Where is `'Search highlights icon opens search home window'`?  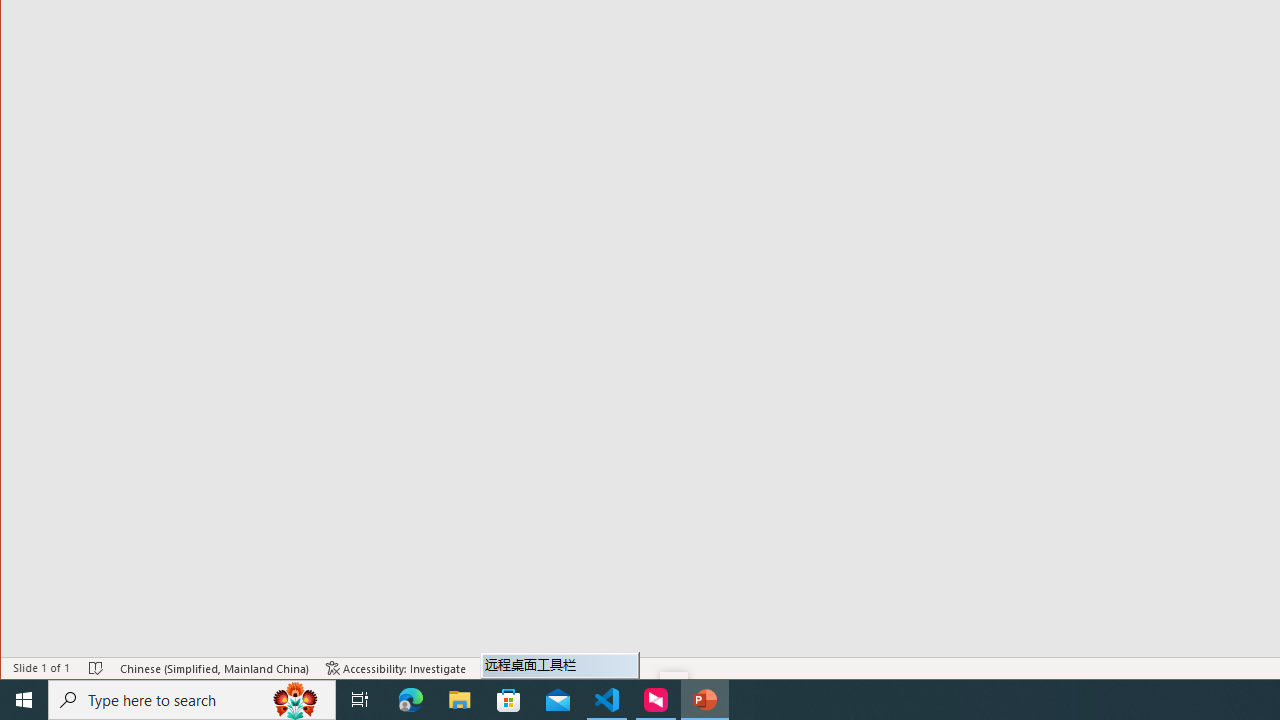
'Search highlights icon opens search home window' is located at coordinates (294, 698).